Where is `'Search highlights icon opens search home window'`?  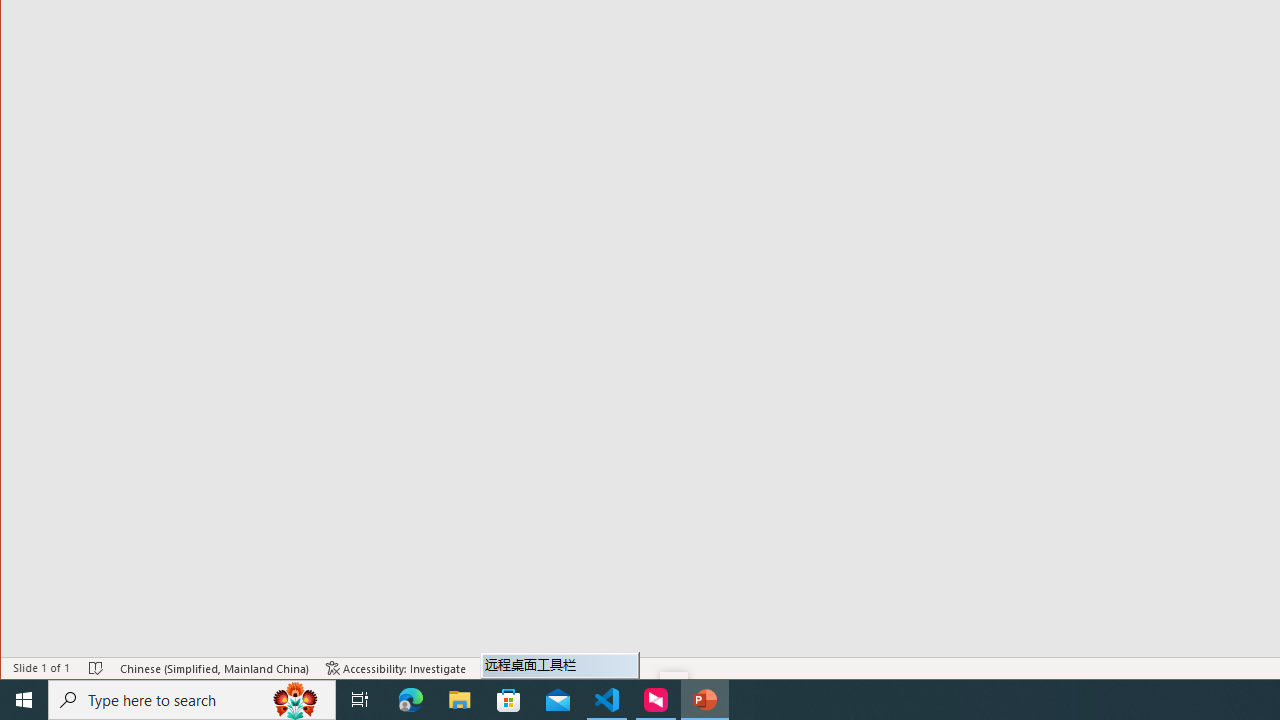
'Search highlights icon opens search home window' is located at coordinates (294, 698).